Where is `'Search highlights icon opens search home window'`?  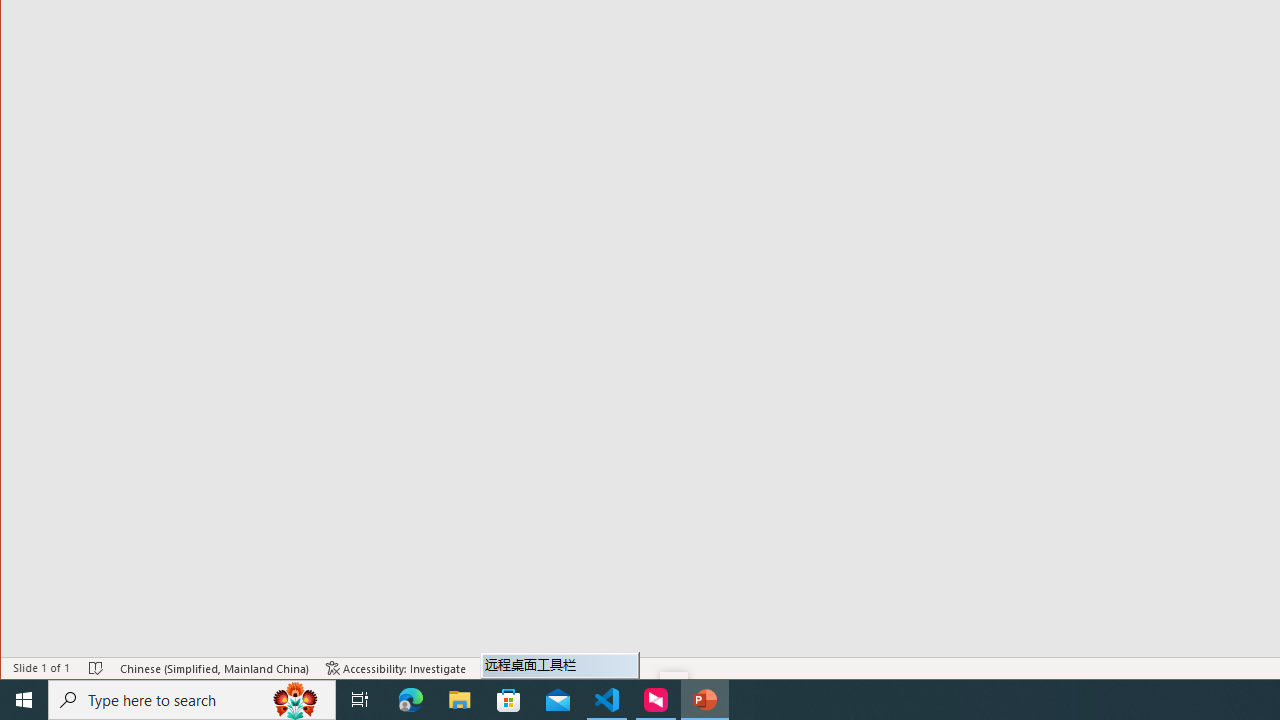
'Search highlights icon opens search home window' is located at coordinates (294, 698).